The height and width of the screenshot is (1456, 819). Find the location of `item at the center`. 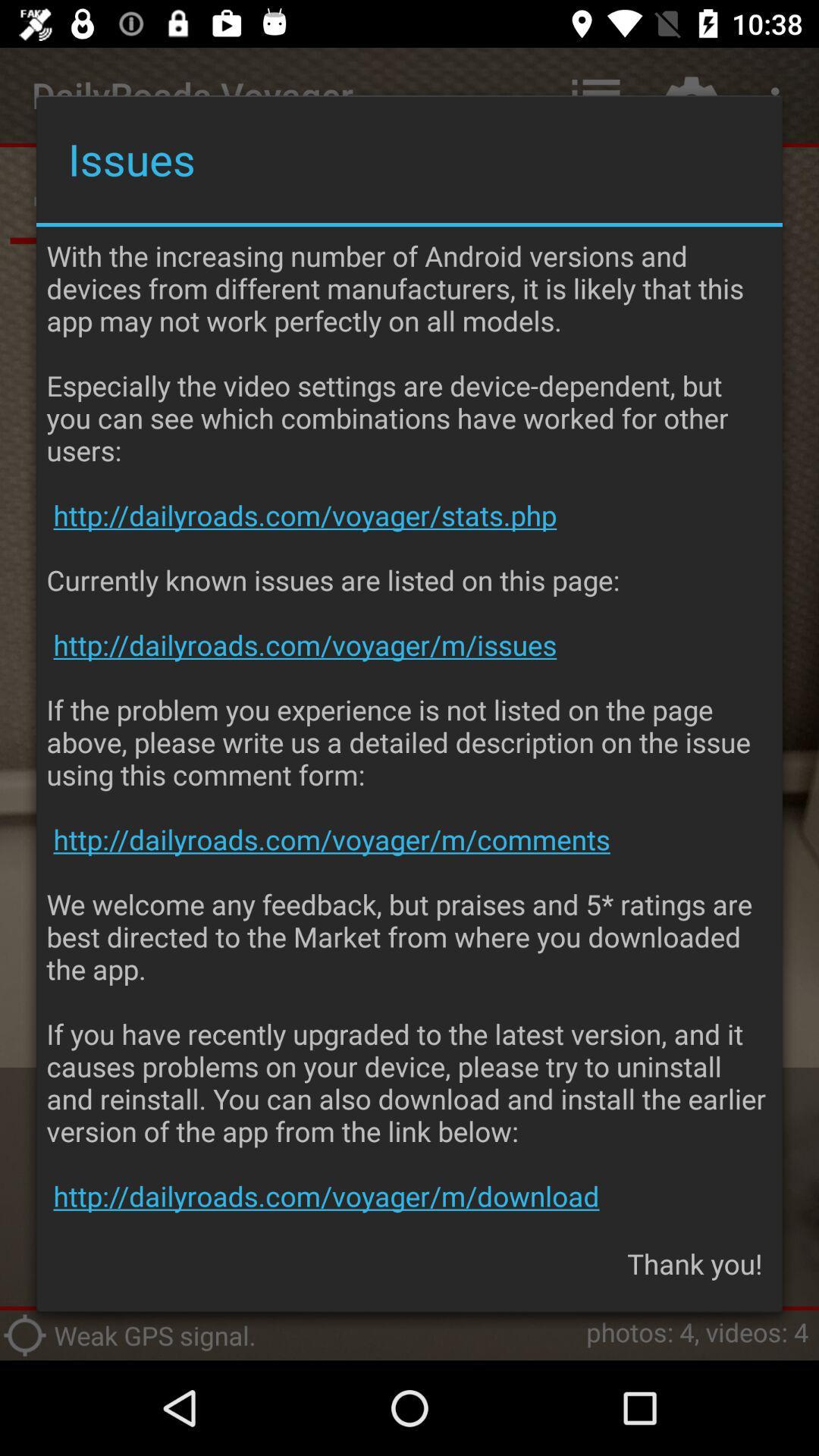

item at the center is located at coordinates (409, 725).